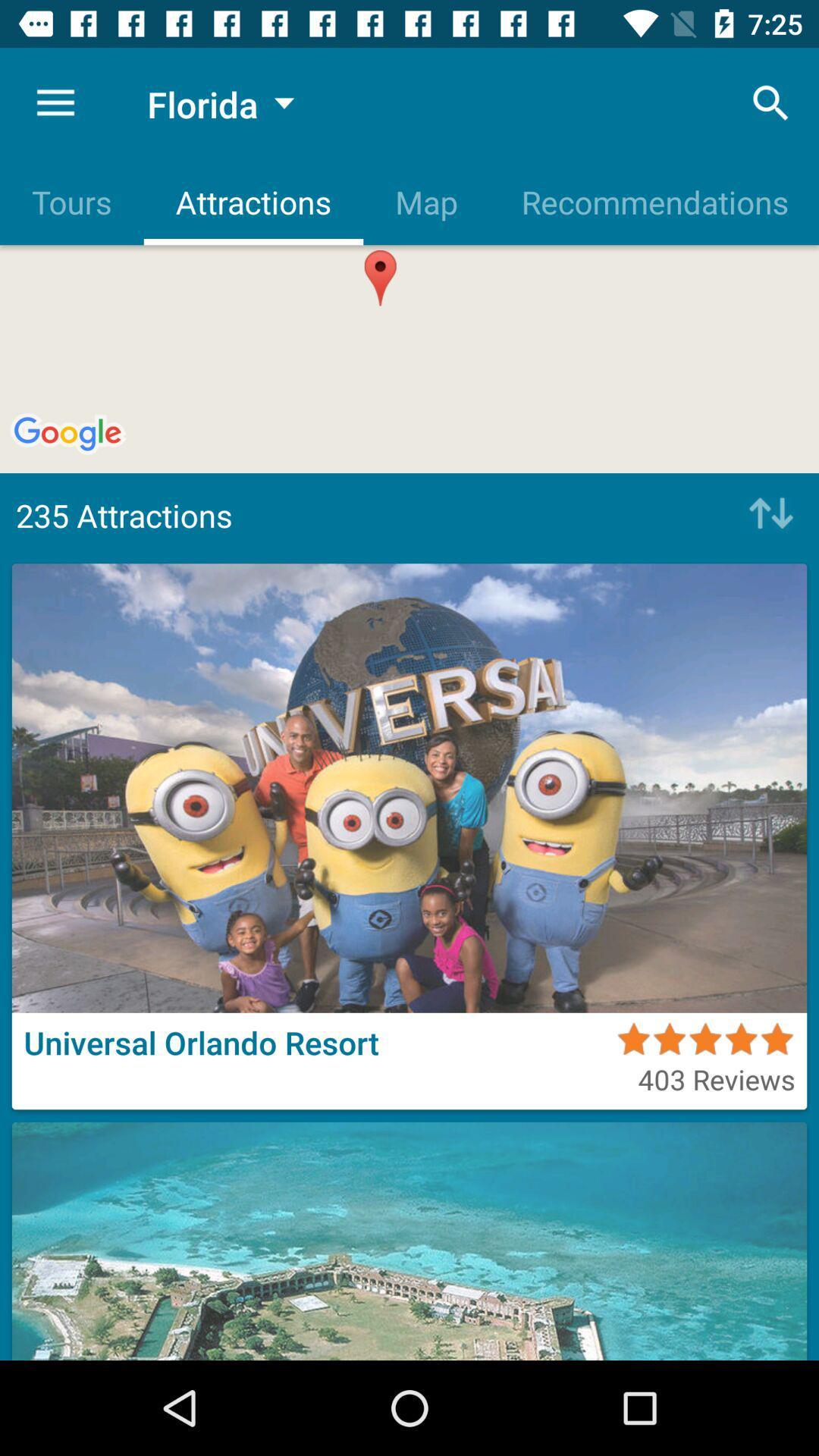  I want to click on the icon next to the florida item, so click(55, 102).